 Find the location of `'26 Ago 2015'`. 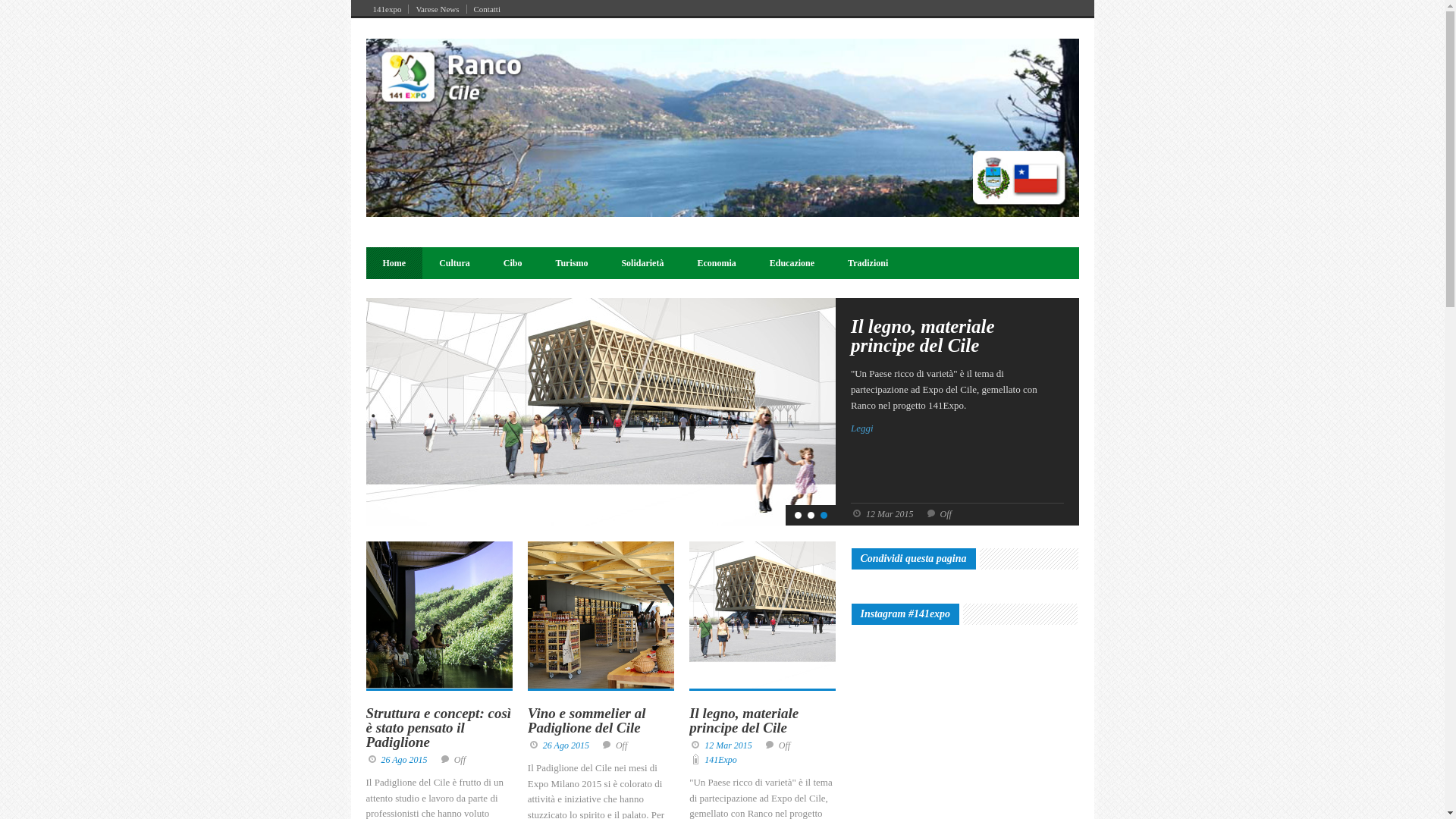

'26 Ago 2015' is located at coordinates (565, 745).